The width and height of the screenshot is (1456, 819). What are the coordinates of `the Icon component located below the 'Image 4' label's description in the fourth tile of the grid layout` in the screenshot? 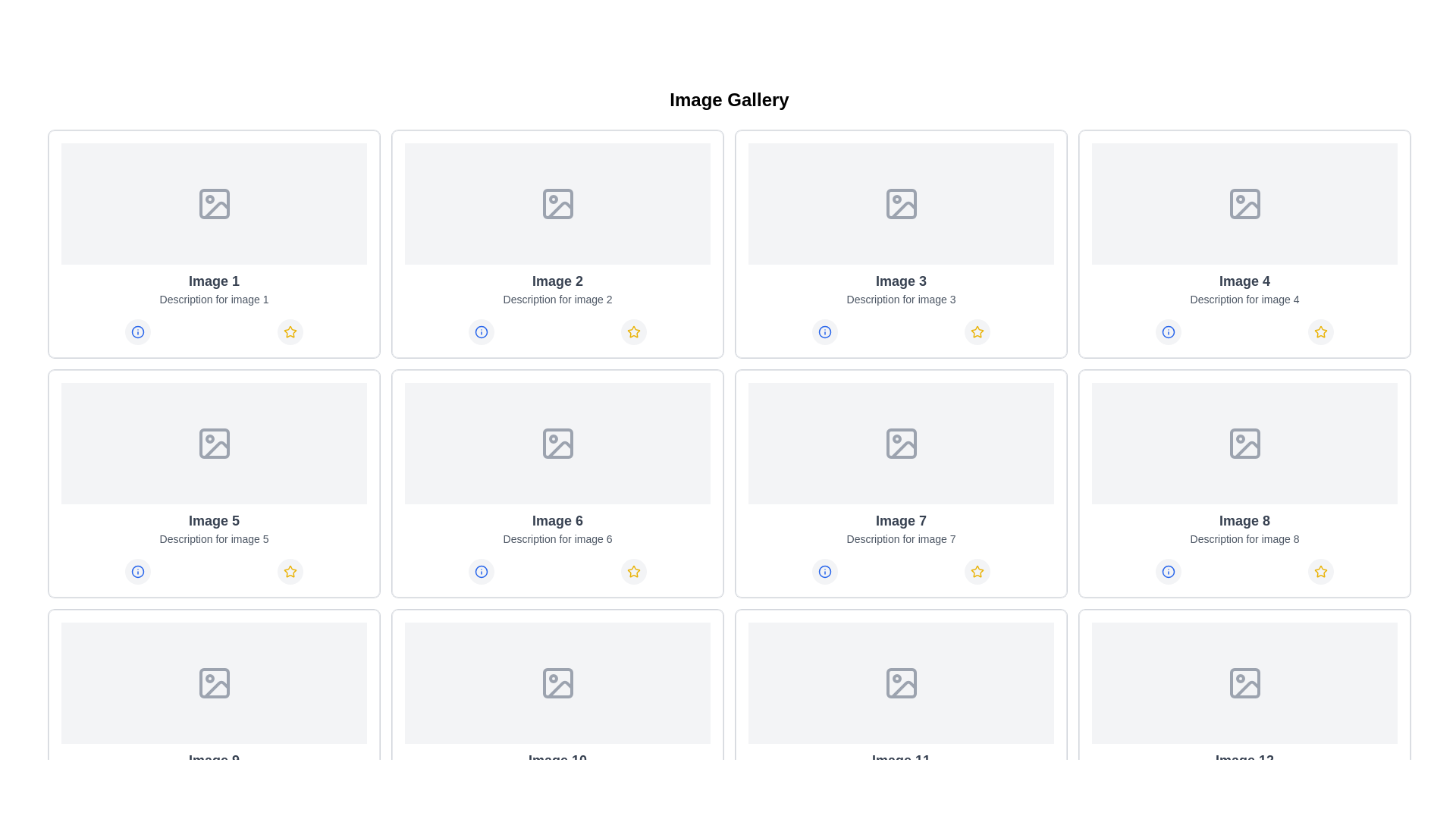 It's located at (1167, 331).